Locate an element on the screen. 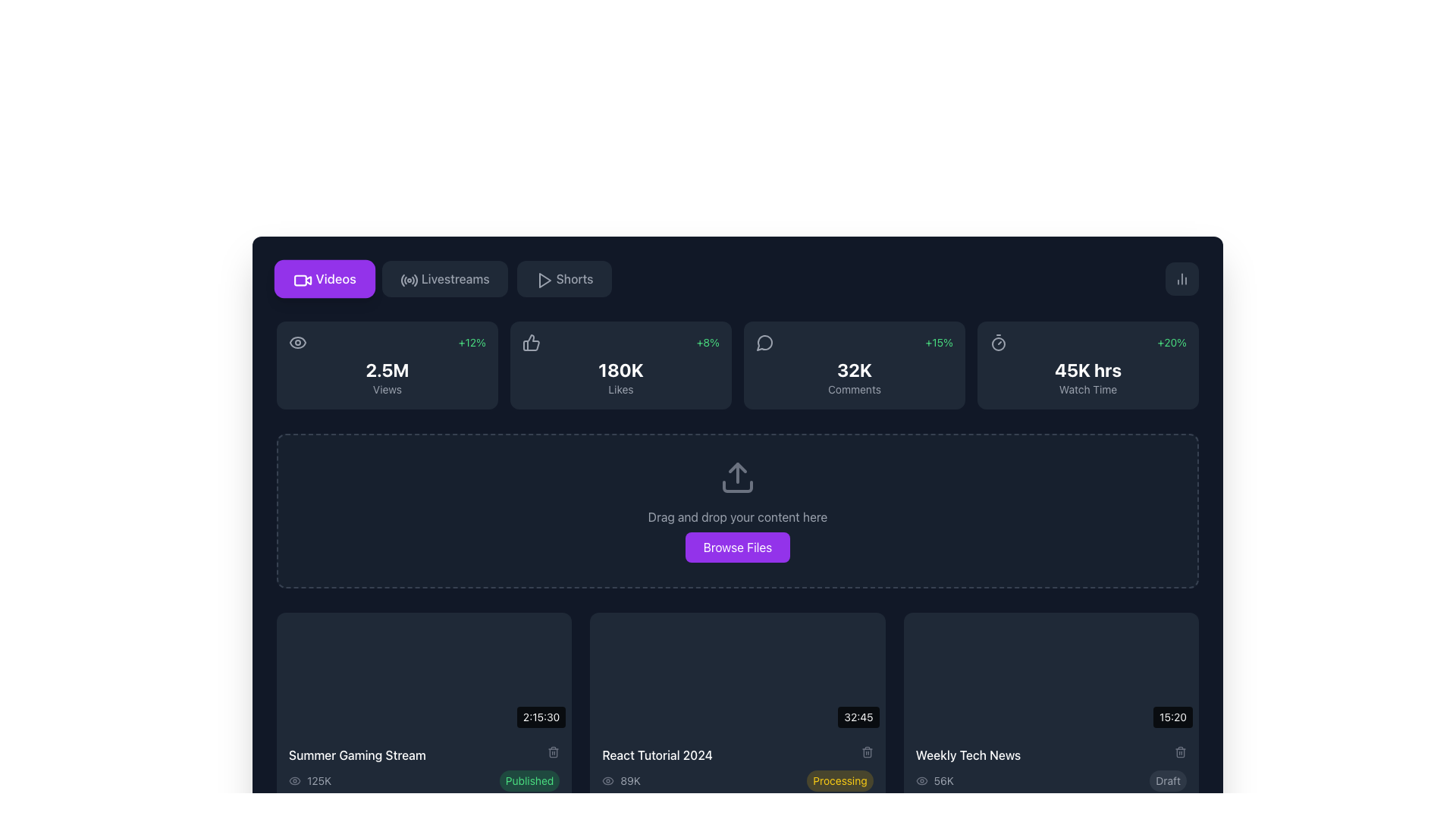 The height and width of the screenshot is (819, 1456). the text label displaying '56K' in light gray color, located beside the eye icon in the bottom-right card of the grid layout is located at coordinates (934, 780).